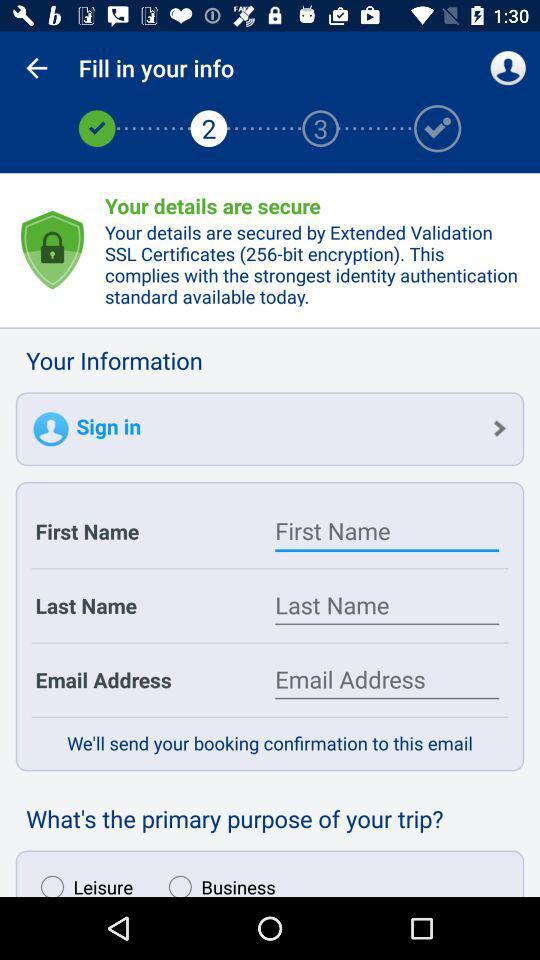  I want to click on sign in app, so click(270, 429).